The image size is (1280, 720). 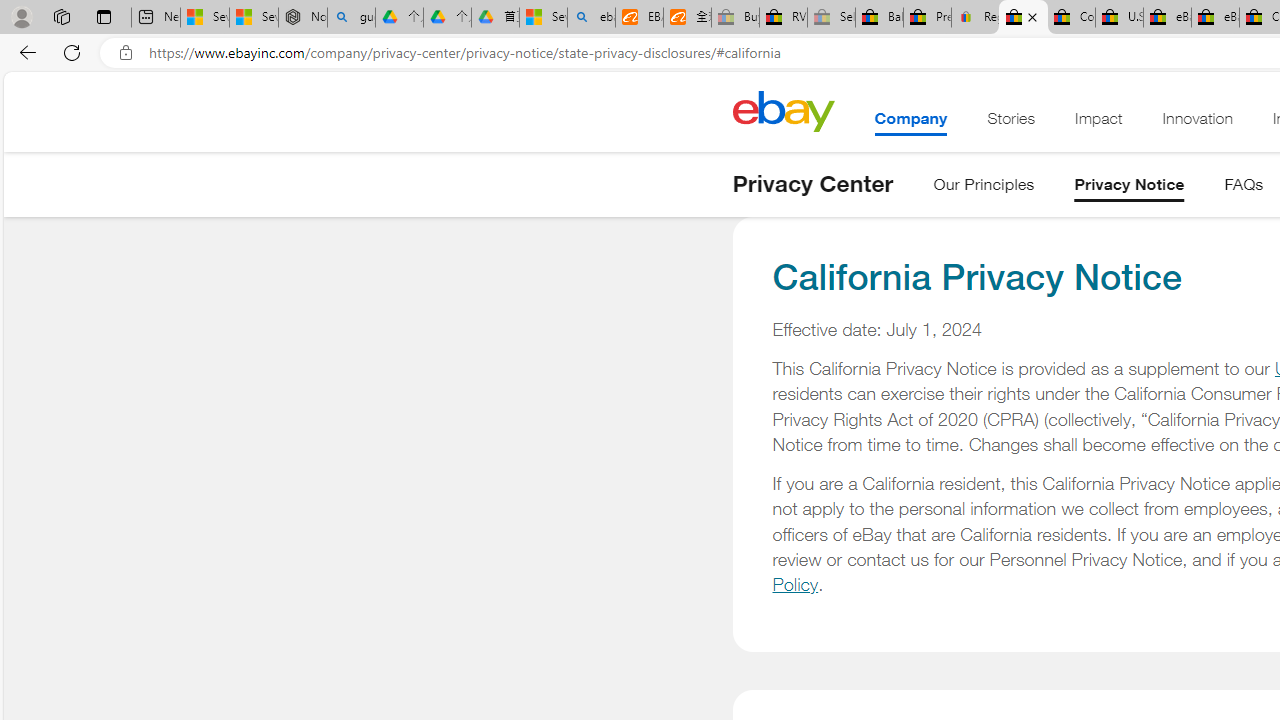 What do you see at coordinates (351, 17) in the screenshot?
I see `'guge yunpan - Search'` at bounding box center [351, 17].